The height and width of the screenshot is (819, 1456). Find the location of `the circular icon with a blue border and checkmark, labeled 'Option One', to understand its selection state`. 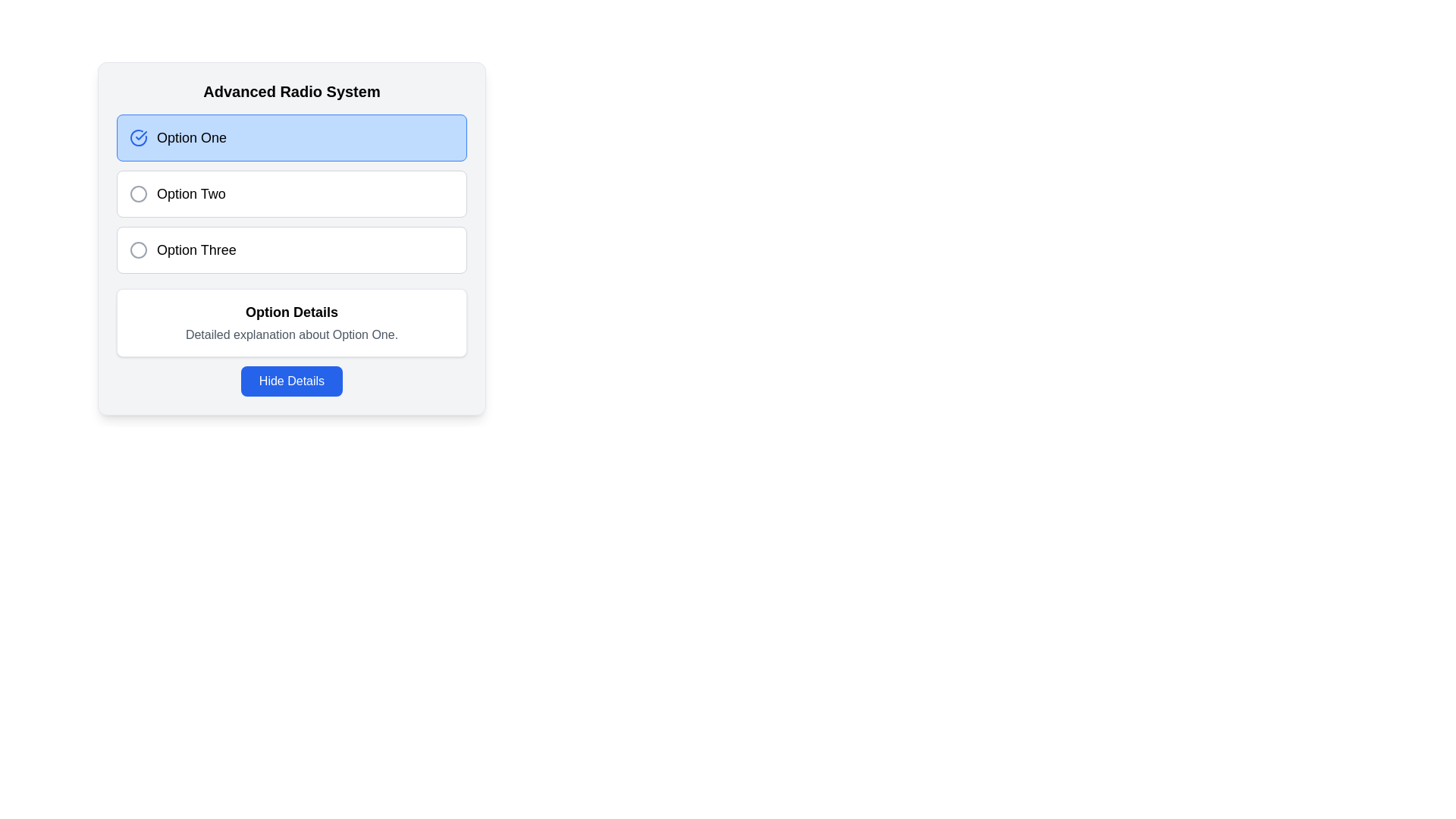

the circular icon with a blue border and checkmark, labeled 'Option One', to understand its selection state is located at coordinates (138, 137).